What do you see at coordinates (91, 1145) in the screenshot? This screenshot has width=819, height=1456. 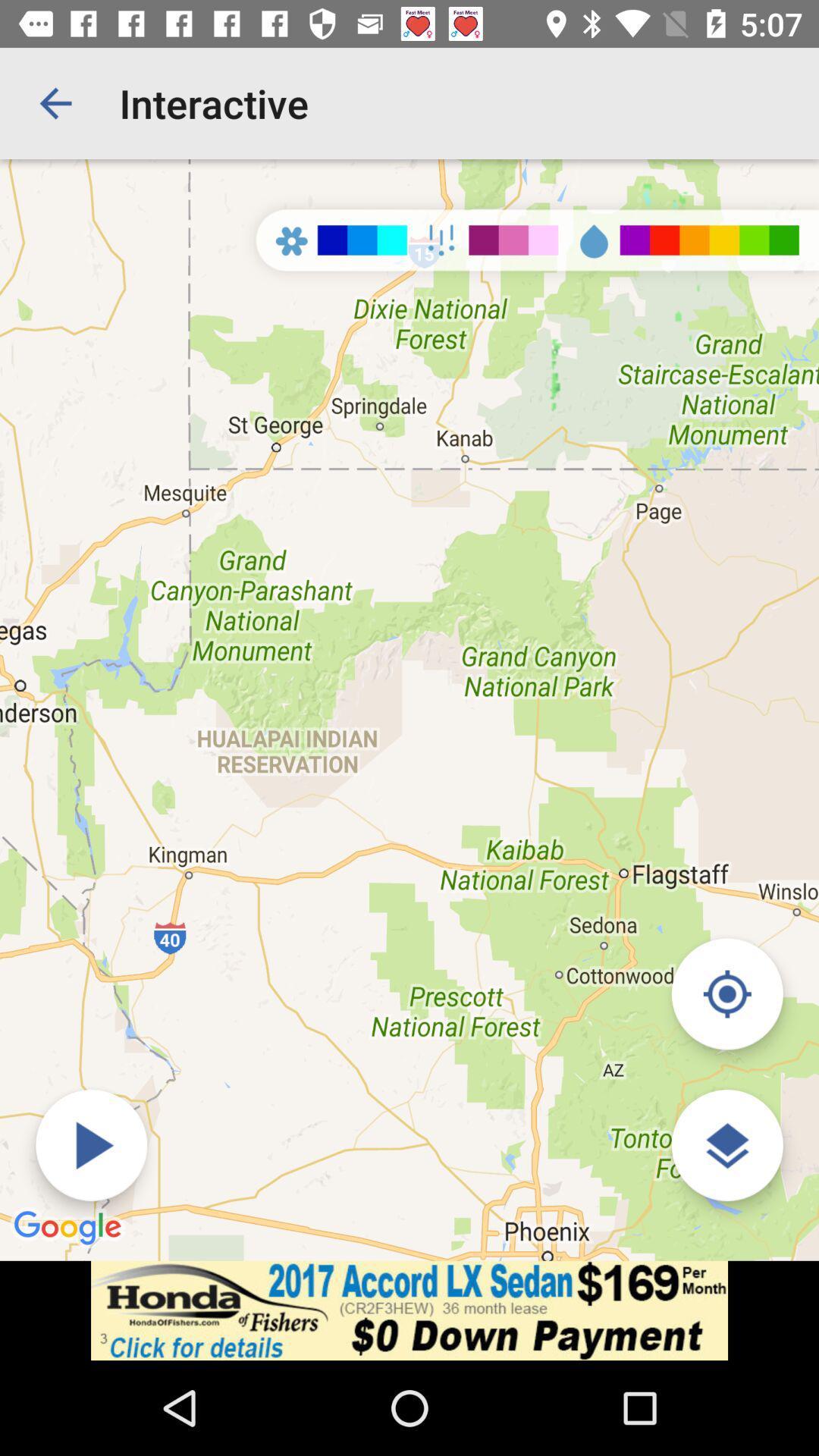 I see `the forword` at bounding box center [91, 1145].